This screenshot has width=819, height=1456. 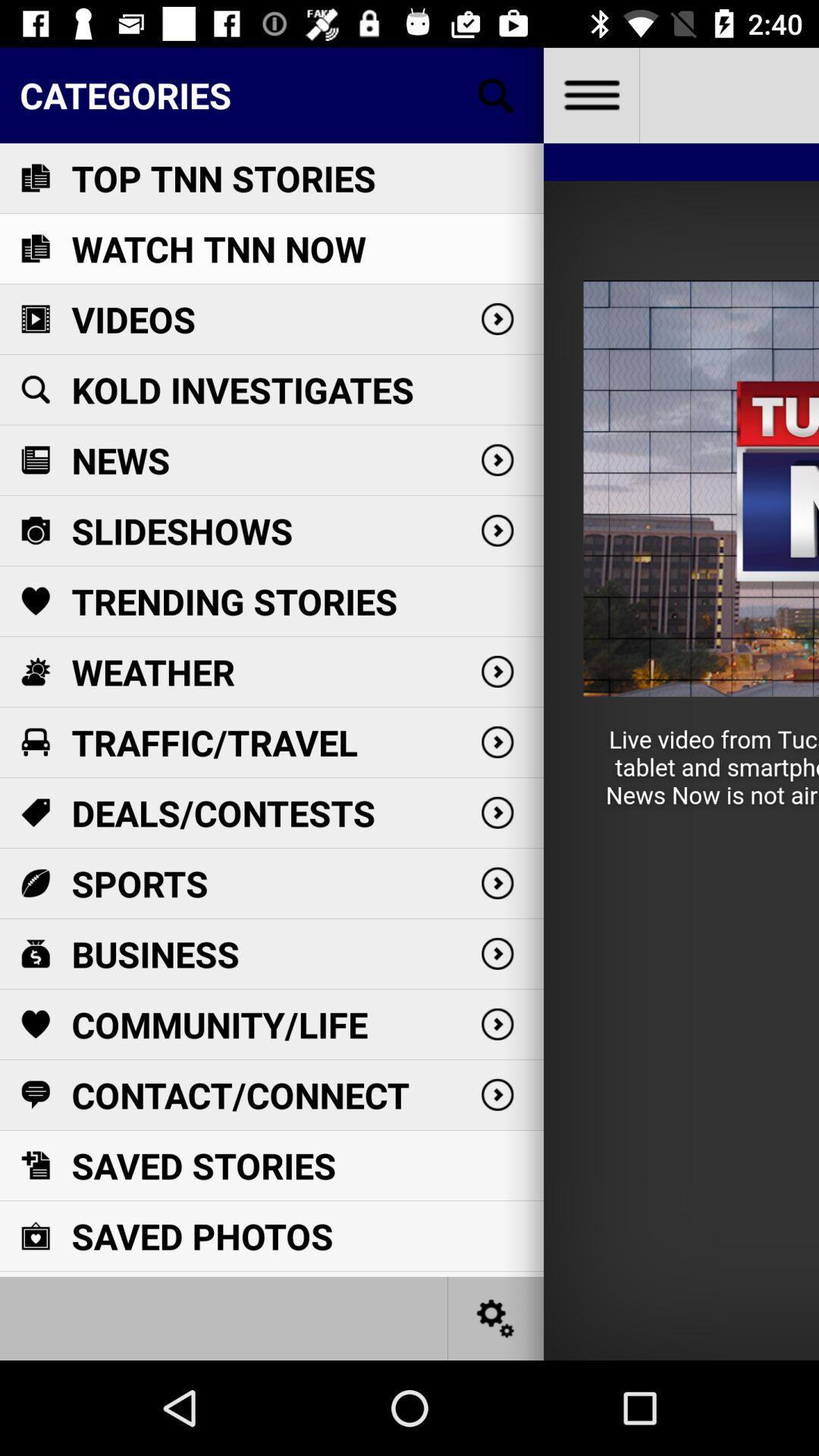 I want to click on the icon of the contactconnect, so click(x=34, y=1095).